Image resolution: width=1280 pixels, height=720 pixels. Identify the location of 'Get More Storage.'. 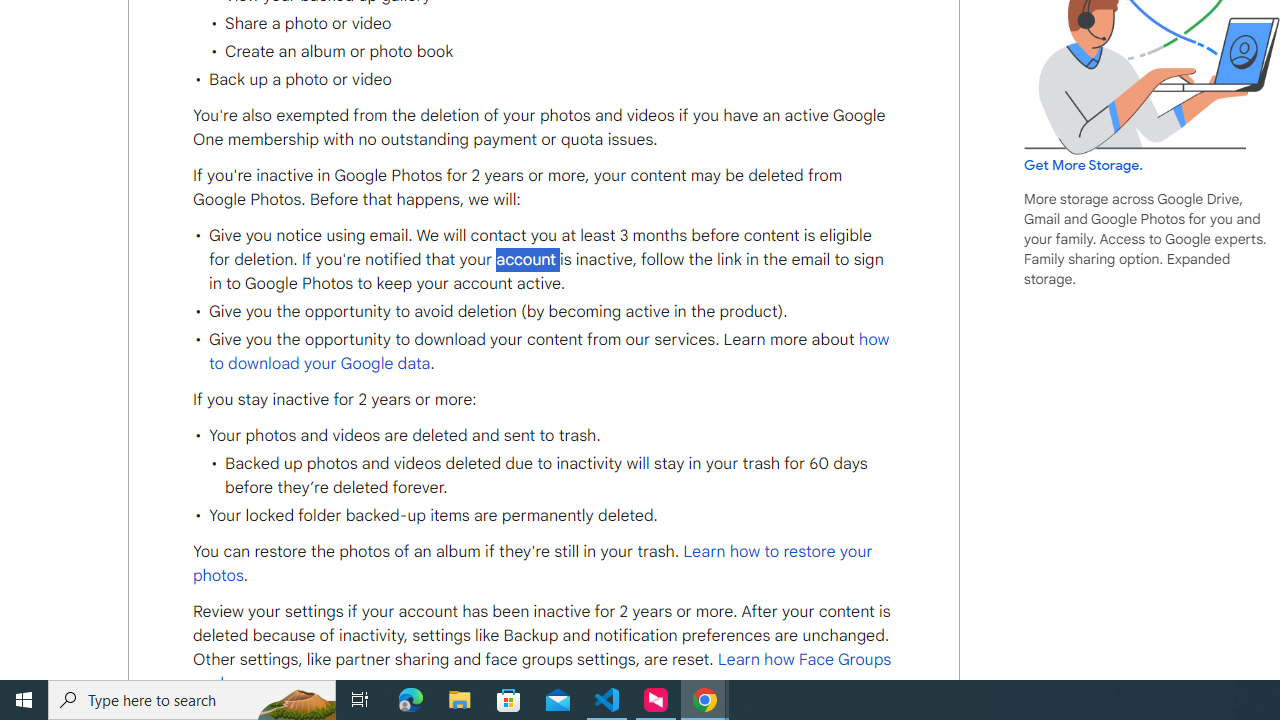
(1082, 164).